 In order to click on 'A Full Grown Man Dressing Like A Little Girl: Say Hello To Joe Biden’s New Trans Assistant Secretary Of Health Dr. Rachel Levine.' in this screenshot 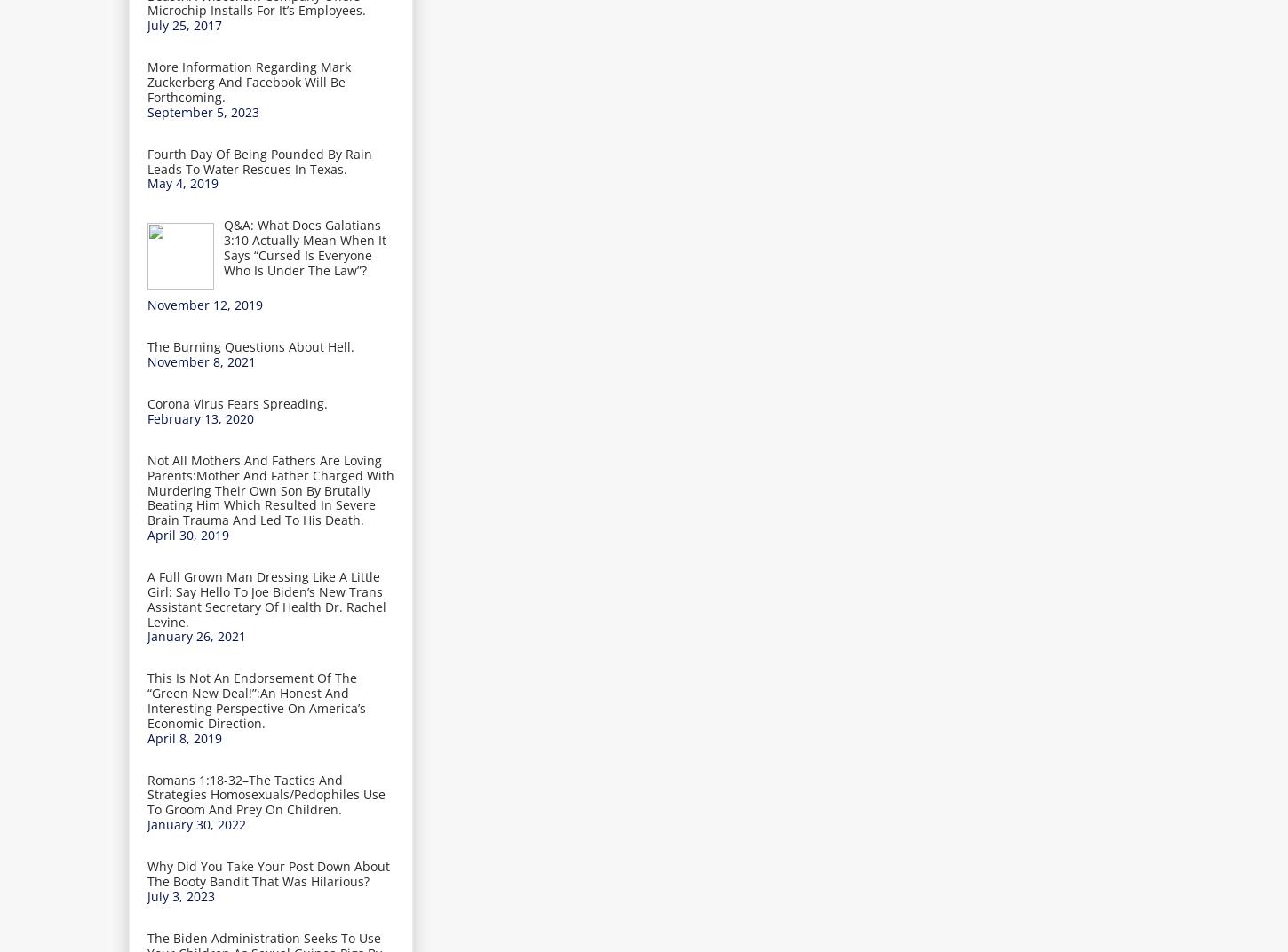, I will do `click(147, 598)`.